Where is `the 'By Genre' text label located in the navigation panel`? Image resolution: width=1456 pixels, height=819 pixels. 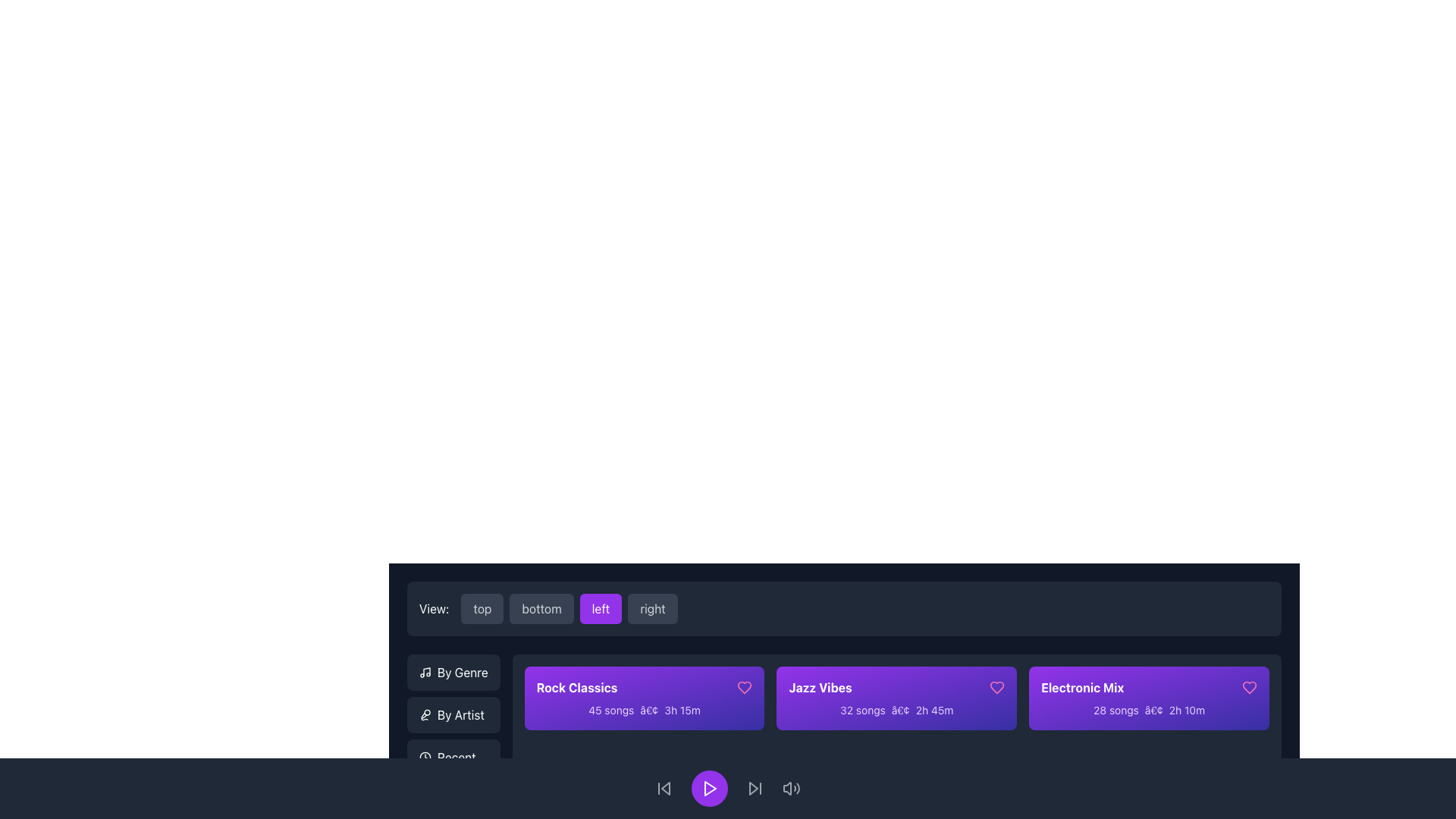
the 'By Genre' text label located in the navigation panel is located at coordinates (462, 672).